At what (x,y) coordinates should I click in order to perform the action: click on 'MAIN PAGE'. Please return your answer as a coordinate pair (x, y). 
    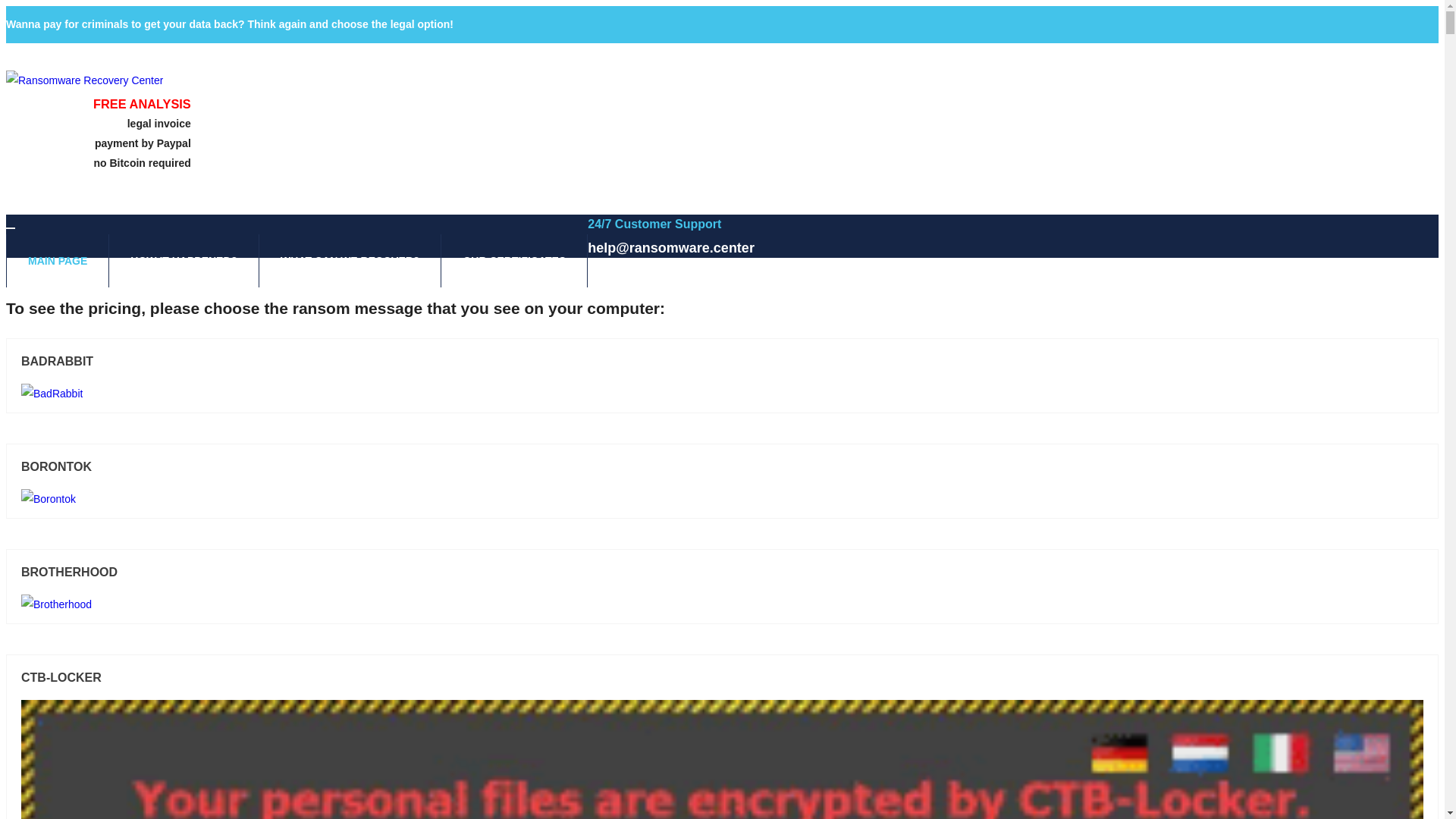
    Looking at the image, I should click on (58, 259).